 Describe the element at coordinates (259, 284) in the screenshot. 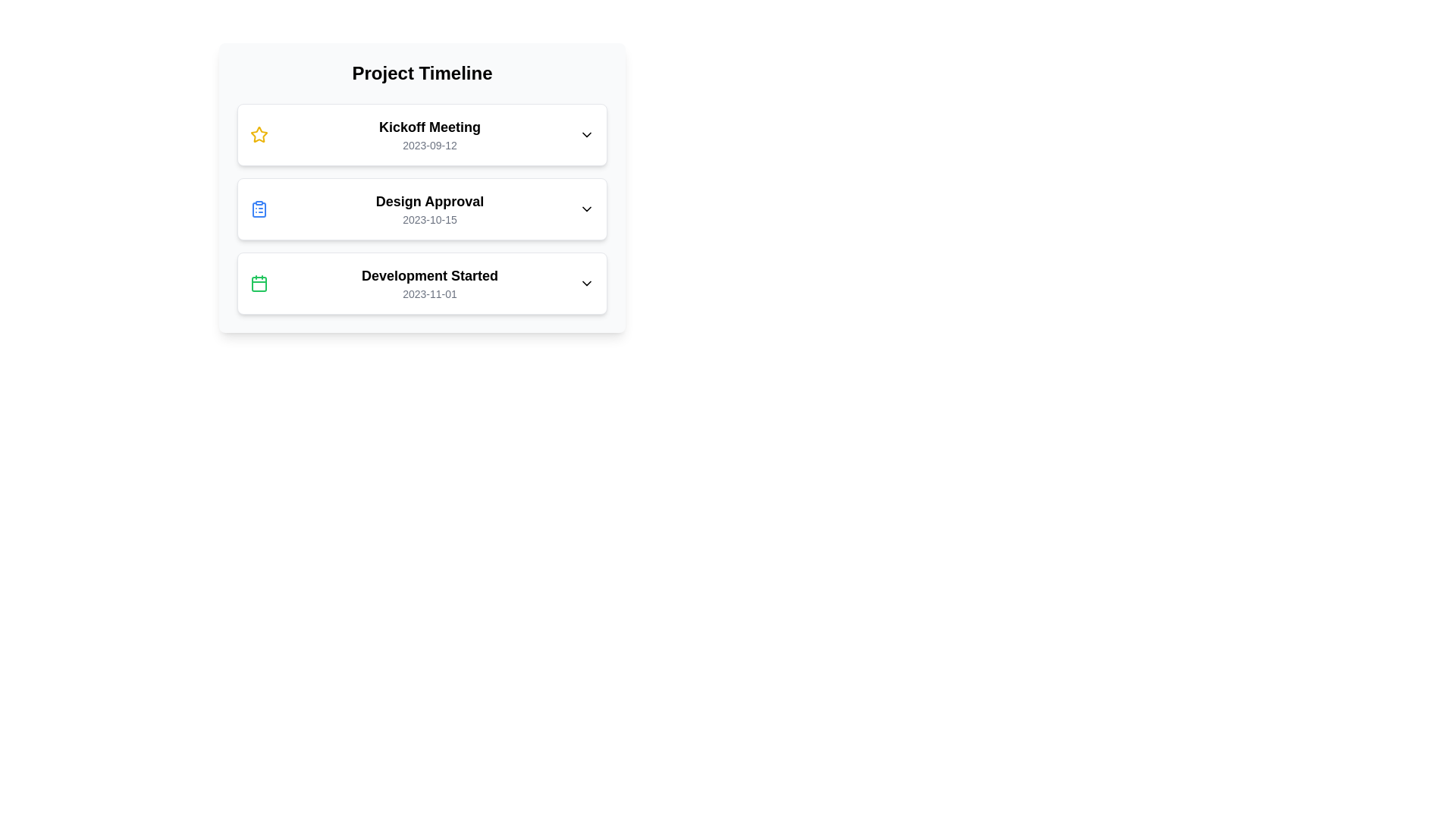

I see `the green rectangular icon component located next to the text 'Development Started' in the third row of elements` at that location.